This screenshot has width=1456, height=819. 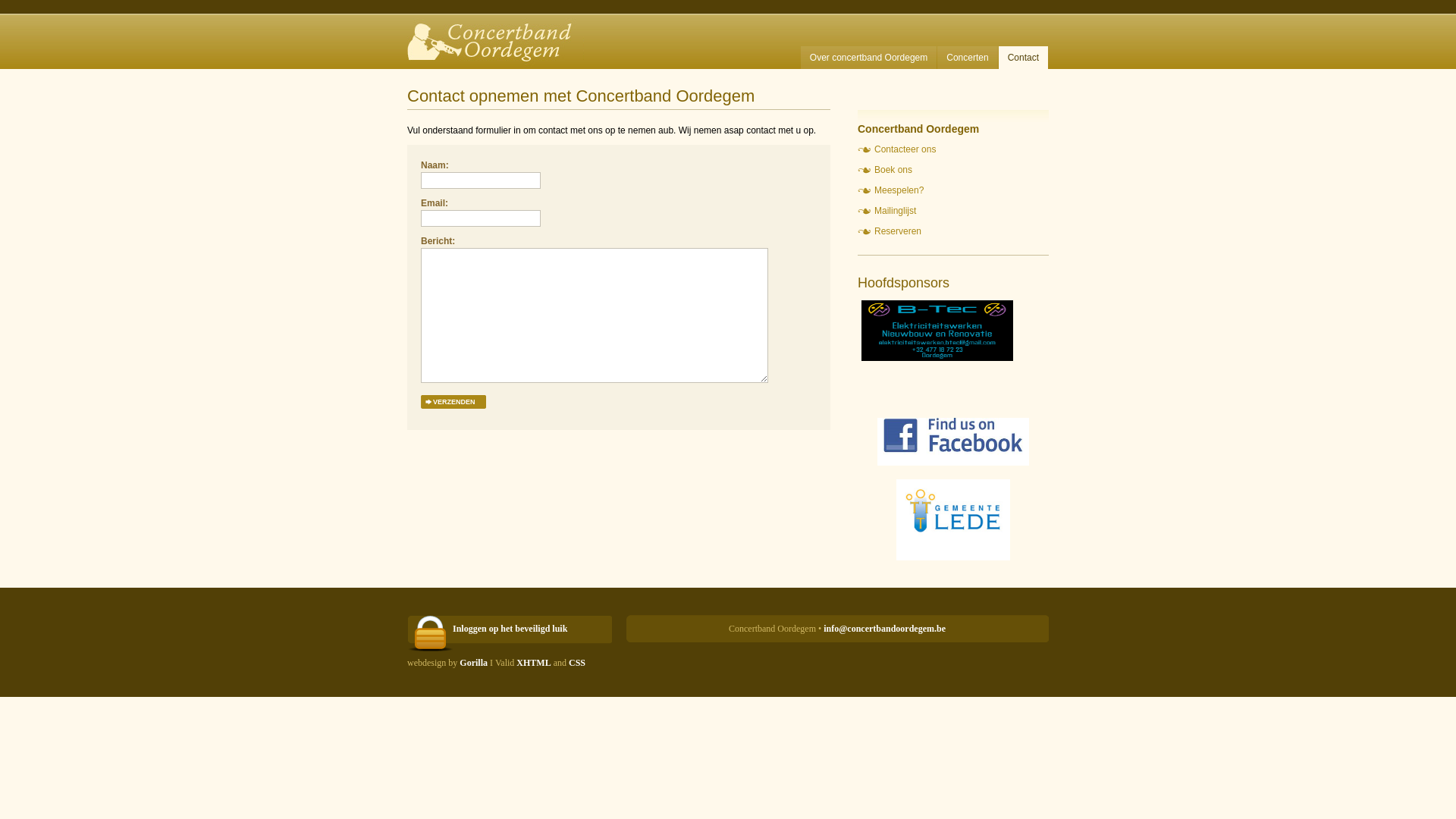 I want to click on 'Vul uw naam in', so click(x=479, y=180).